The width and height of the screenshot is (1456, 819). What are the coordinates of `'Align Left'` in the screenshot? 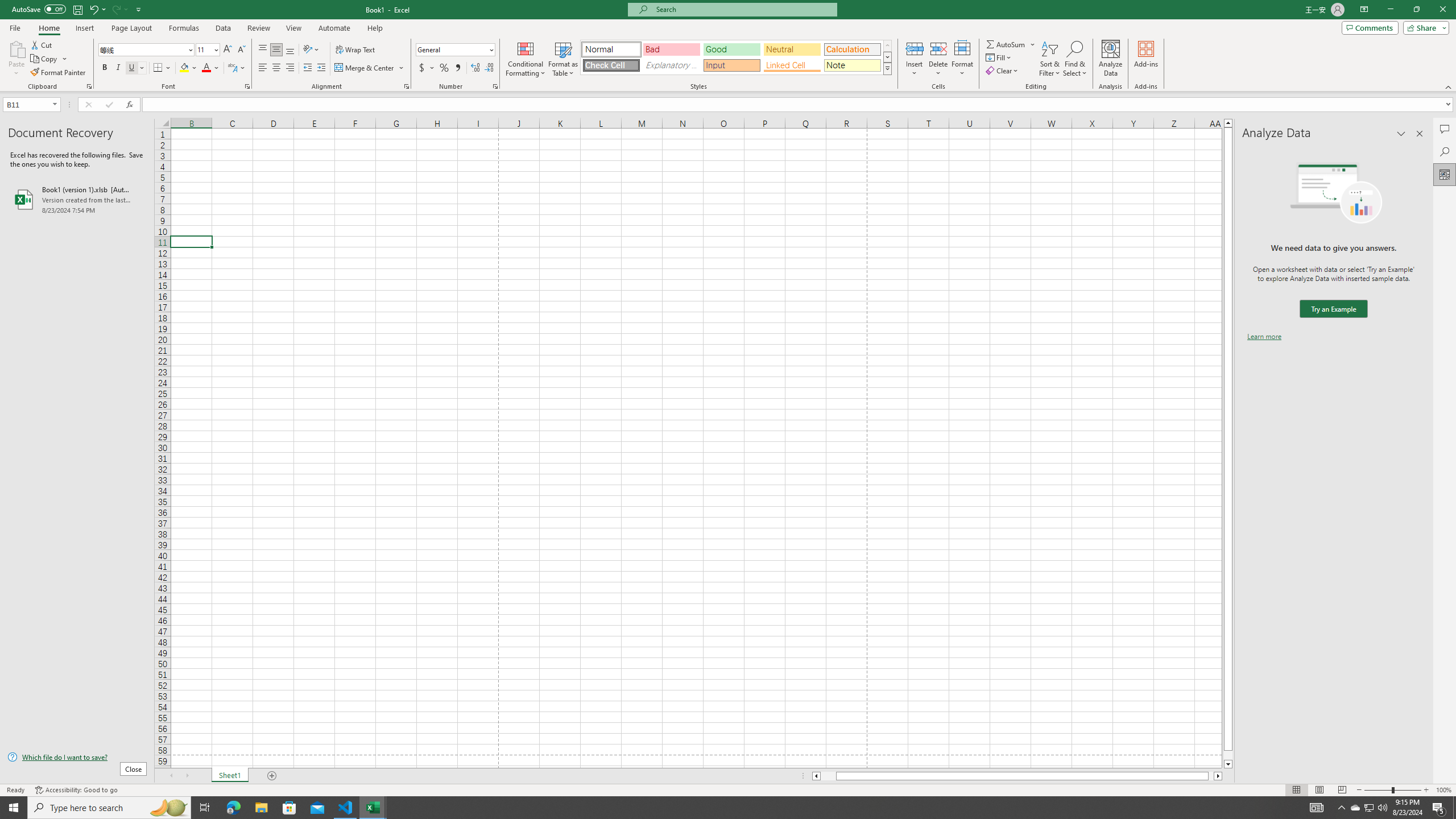 It's located at (262, 67).